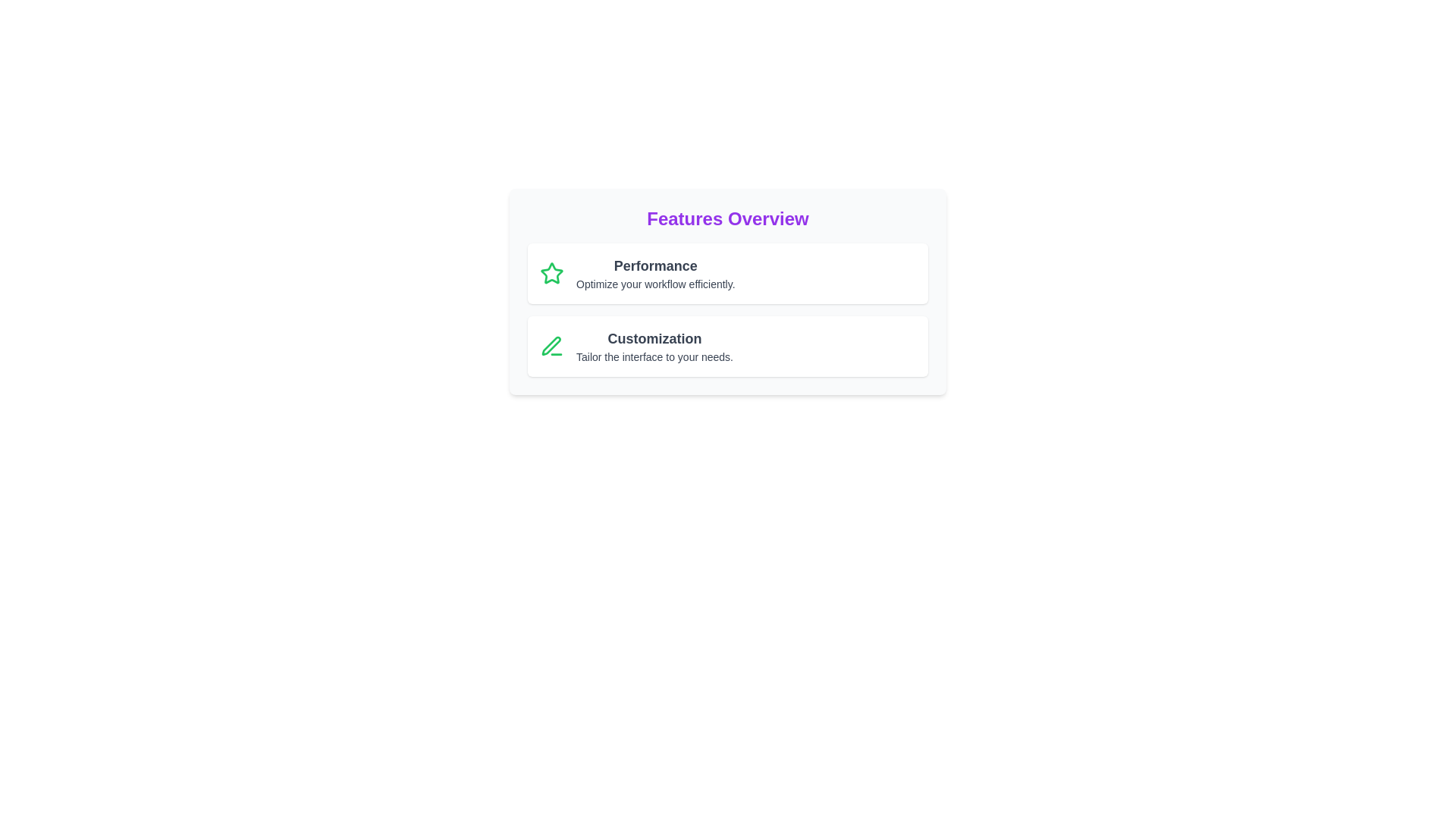 This screenshot has width=1456, height=819. I want to click on the Static text element titled 'Customization' which provides a description of the feature, located in the second row under 'Features Overview', so click(654, 346).